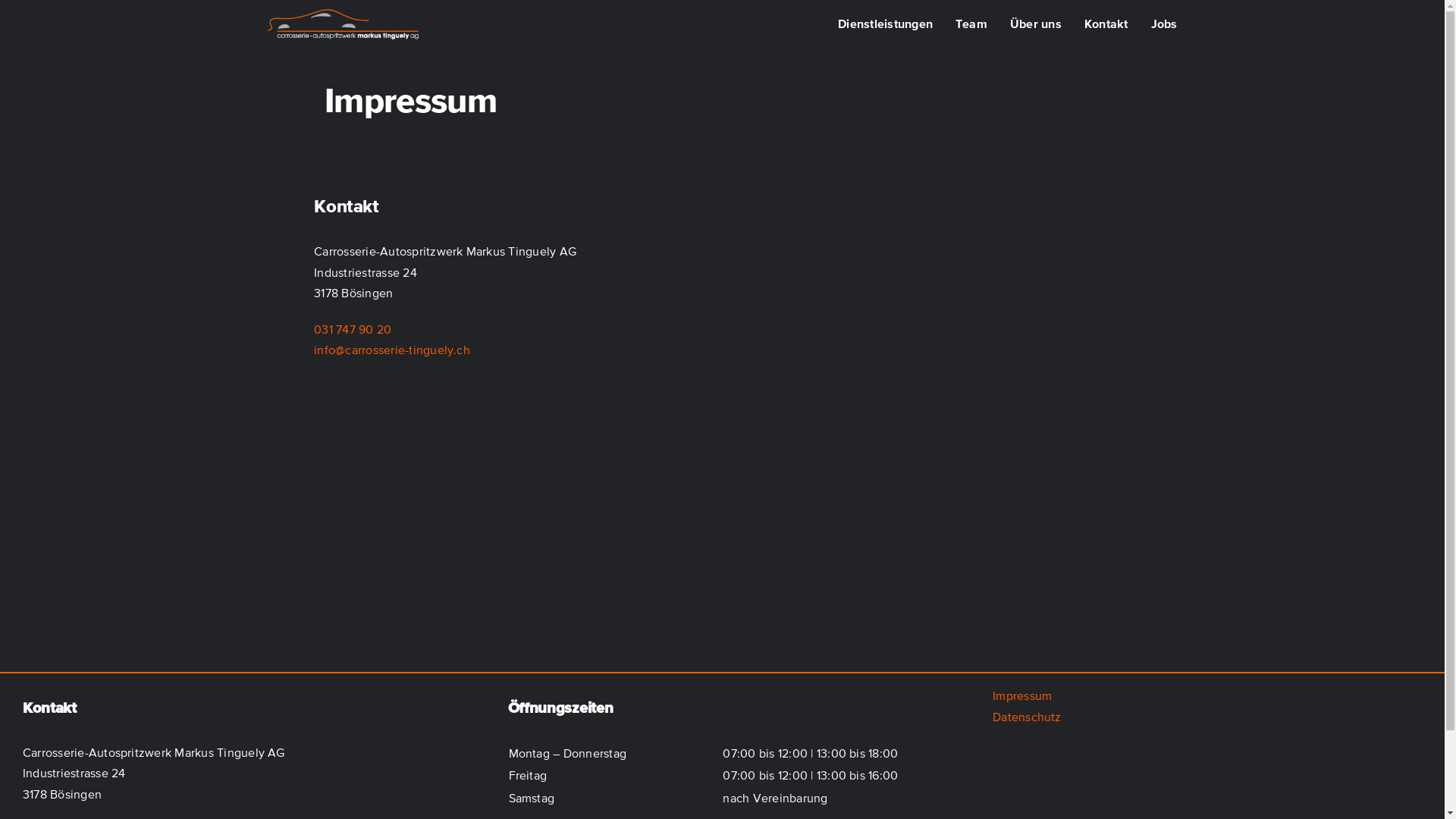 The width and height of the screenshot is (1456, 819). Describe the element at coordinates (1163, 24) in the screenshot. I see `'Jobs'` at that location.